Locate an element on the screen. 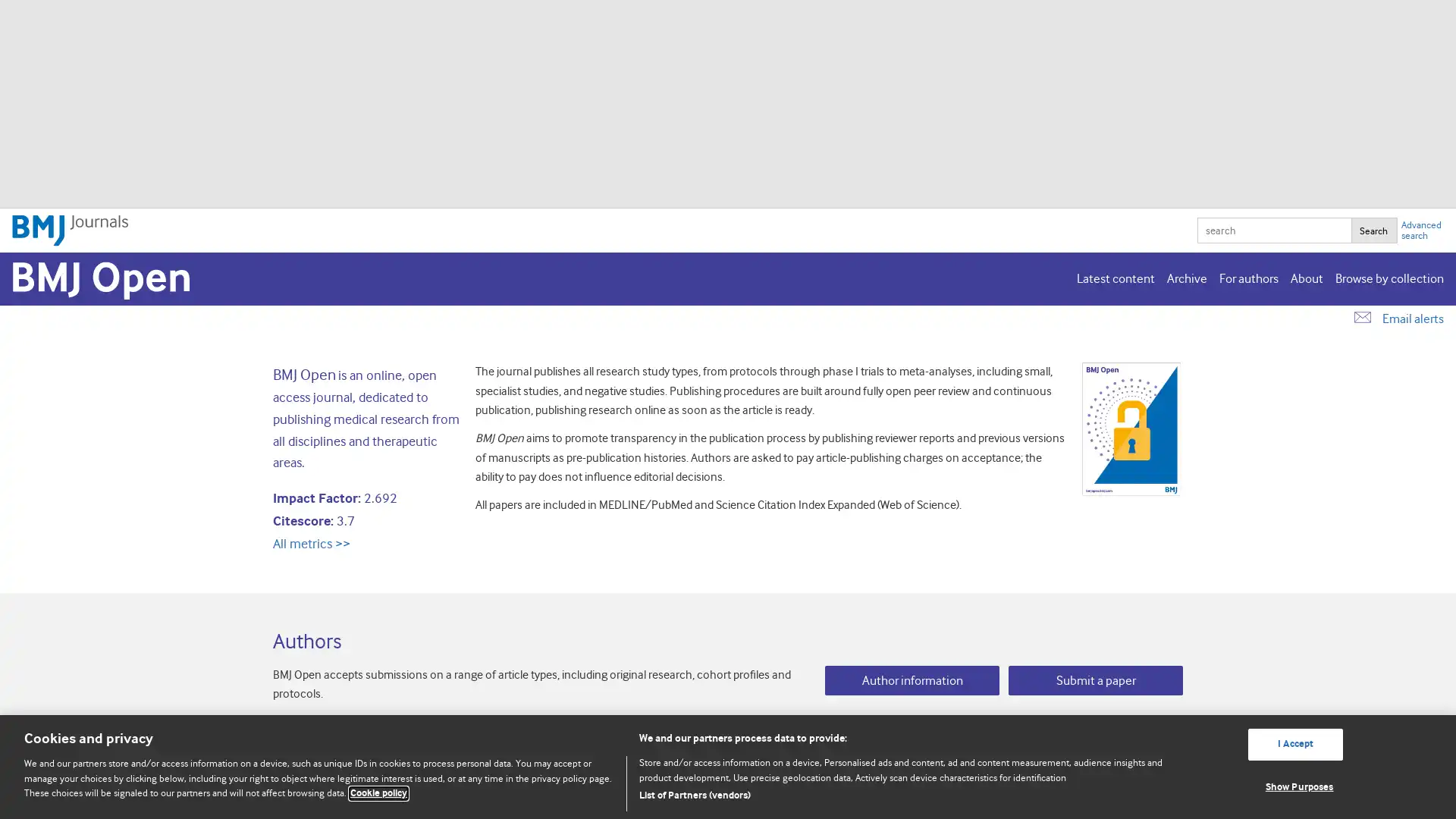 This screenshot has height=819, width=1456. Show Purposes is located at coordinates (1294, 786).